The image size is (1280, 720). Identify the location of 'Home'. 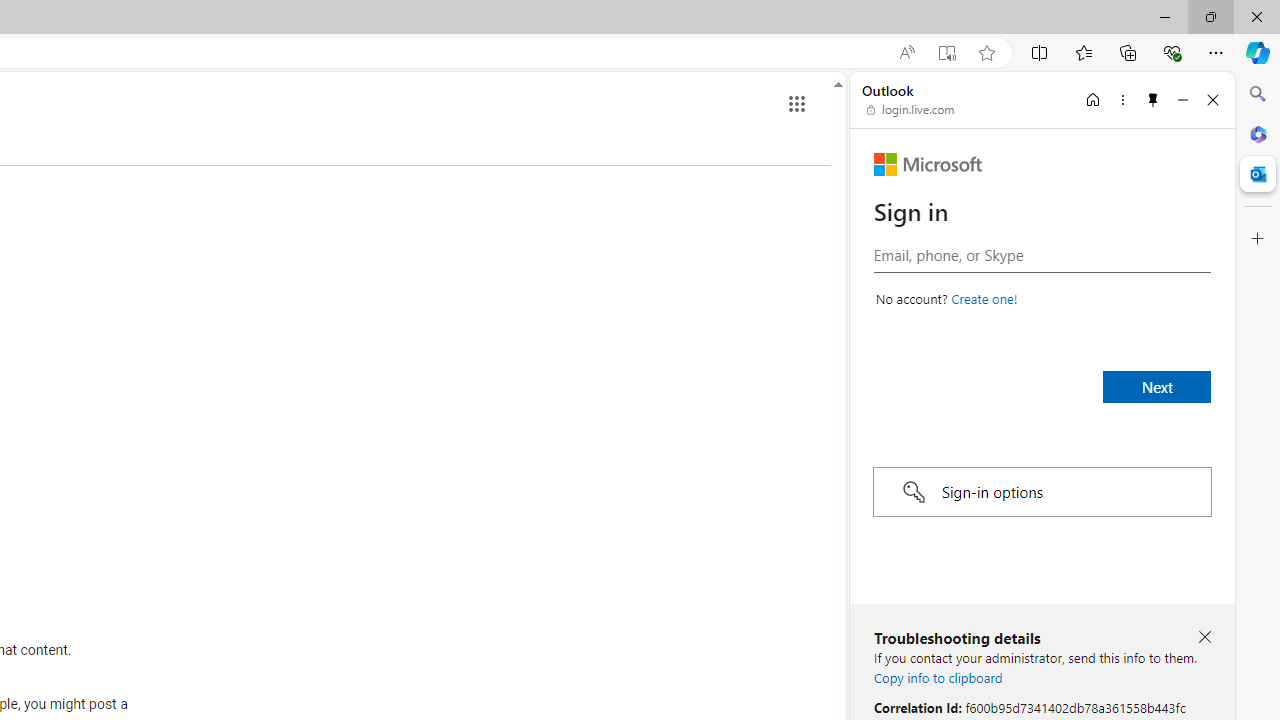
(1092, 99).